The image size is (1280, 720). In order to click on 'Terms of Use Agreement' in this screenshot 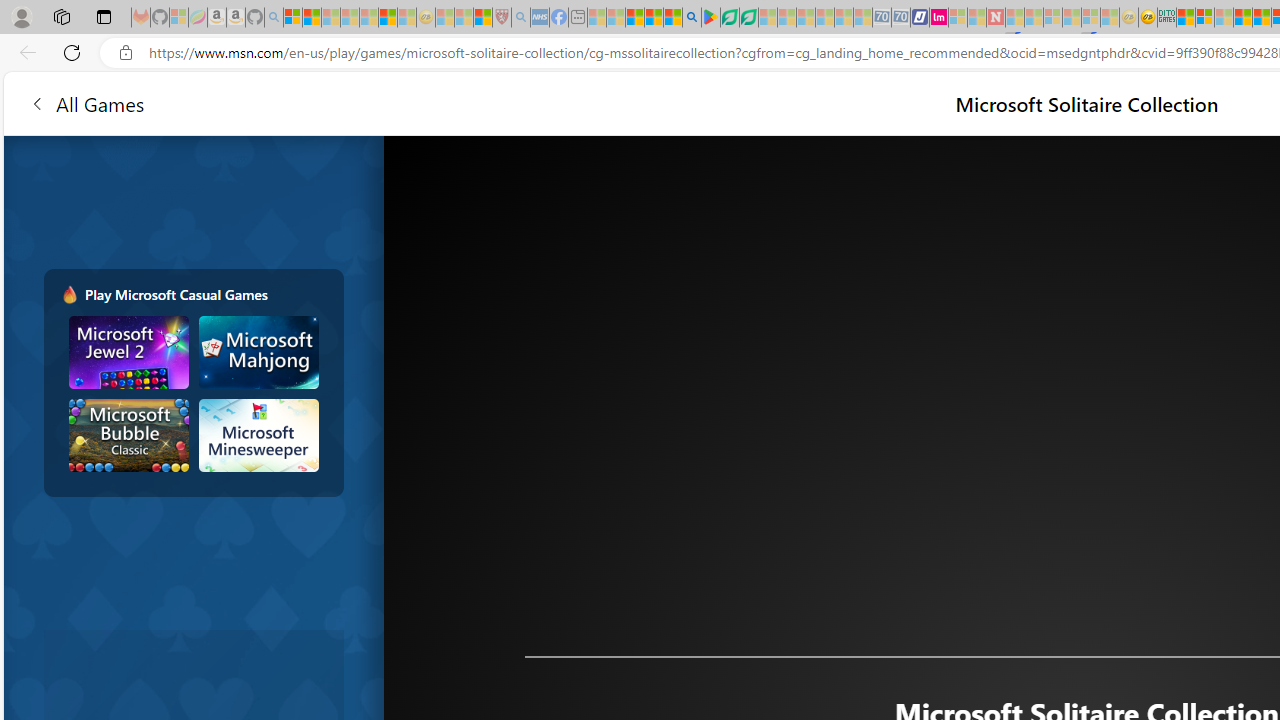, I will do `click(728, 17)`.